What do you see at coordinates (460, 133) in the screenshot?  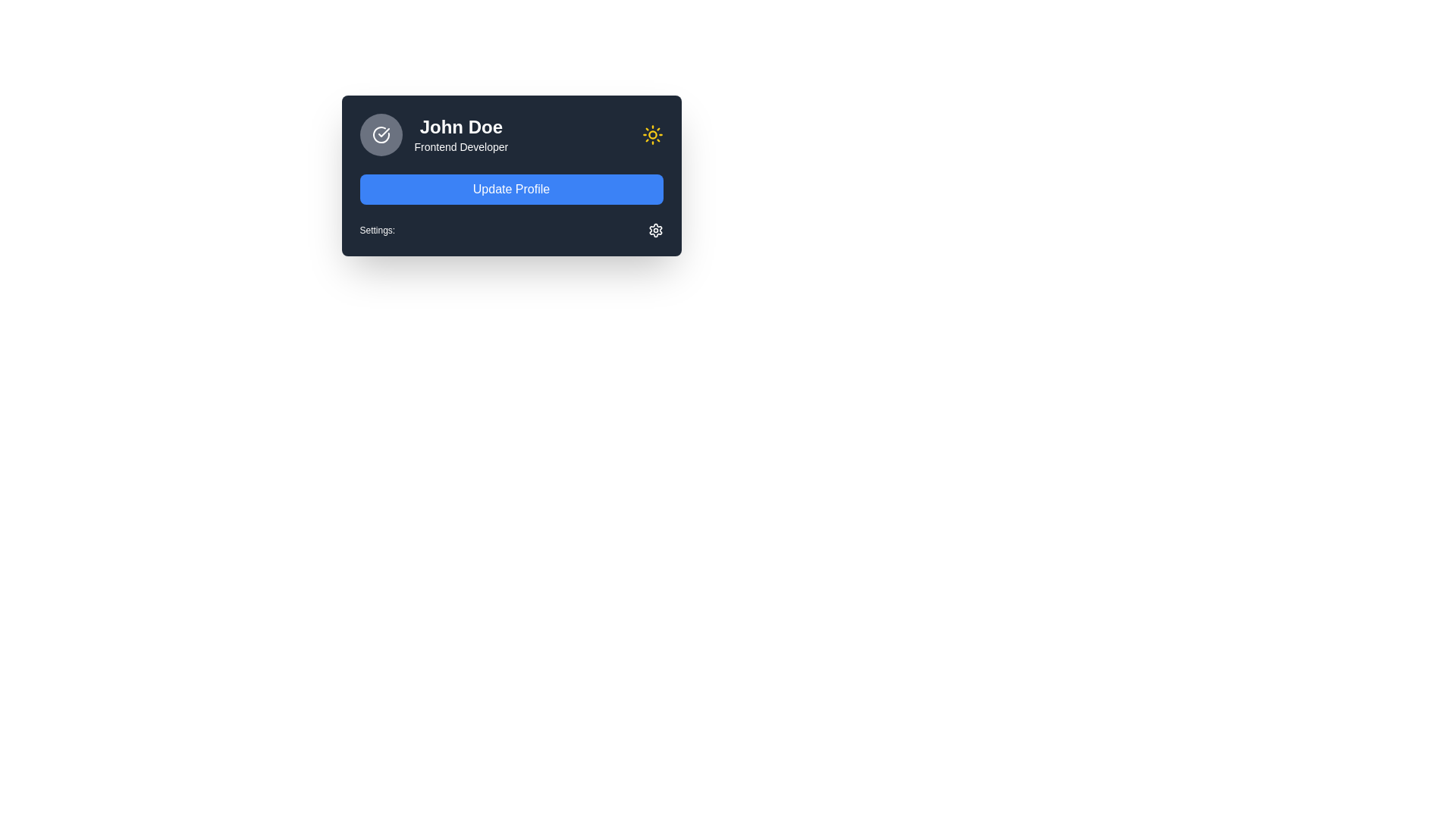 I see `the Text display component that contains the text 'John Doe' in bold, above 'Frontend Developer', positioned towards the top-center of the card-like interface` at bounding box center [460, 133].